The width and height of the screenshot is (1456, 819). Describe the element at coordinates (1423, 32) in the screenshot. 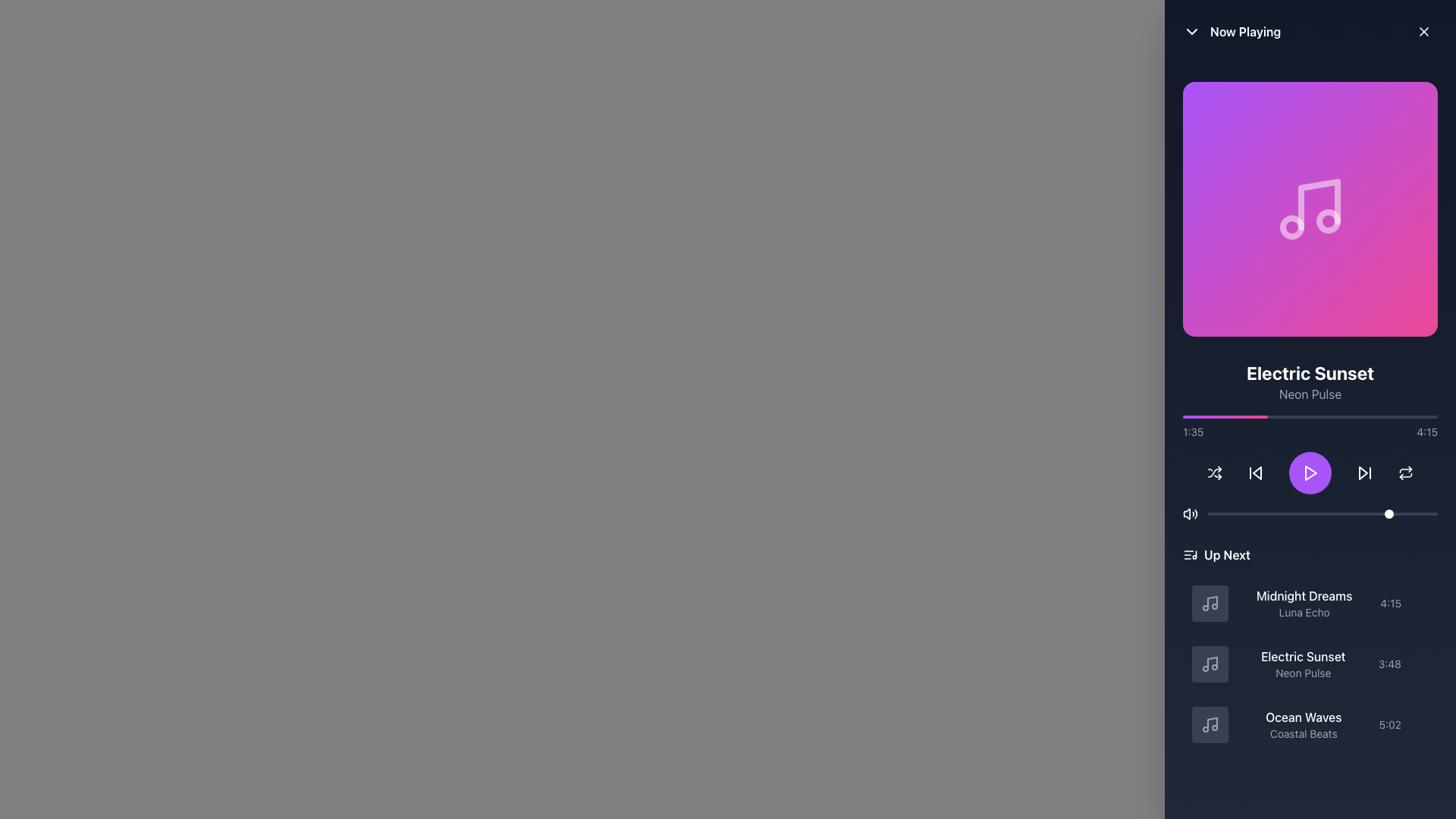

I see `the 'X' mark button located at the top-right corner of the 'Now Playing' section to observe the hover effect` at that location.